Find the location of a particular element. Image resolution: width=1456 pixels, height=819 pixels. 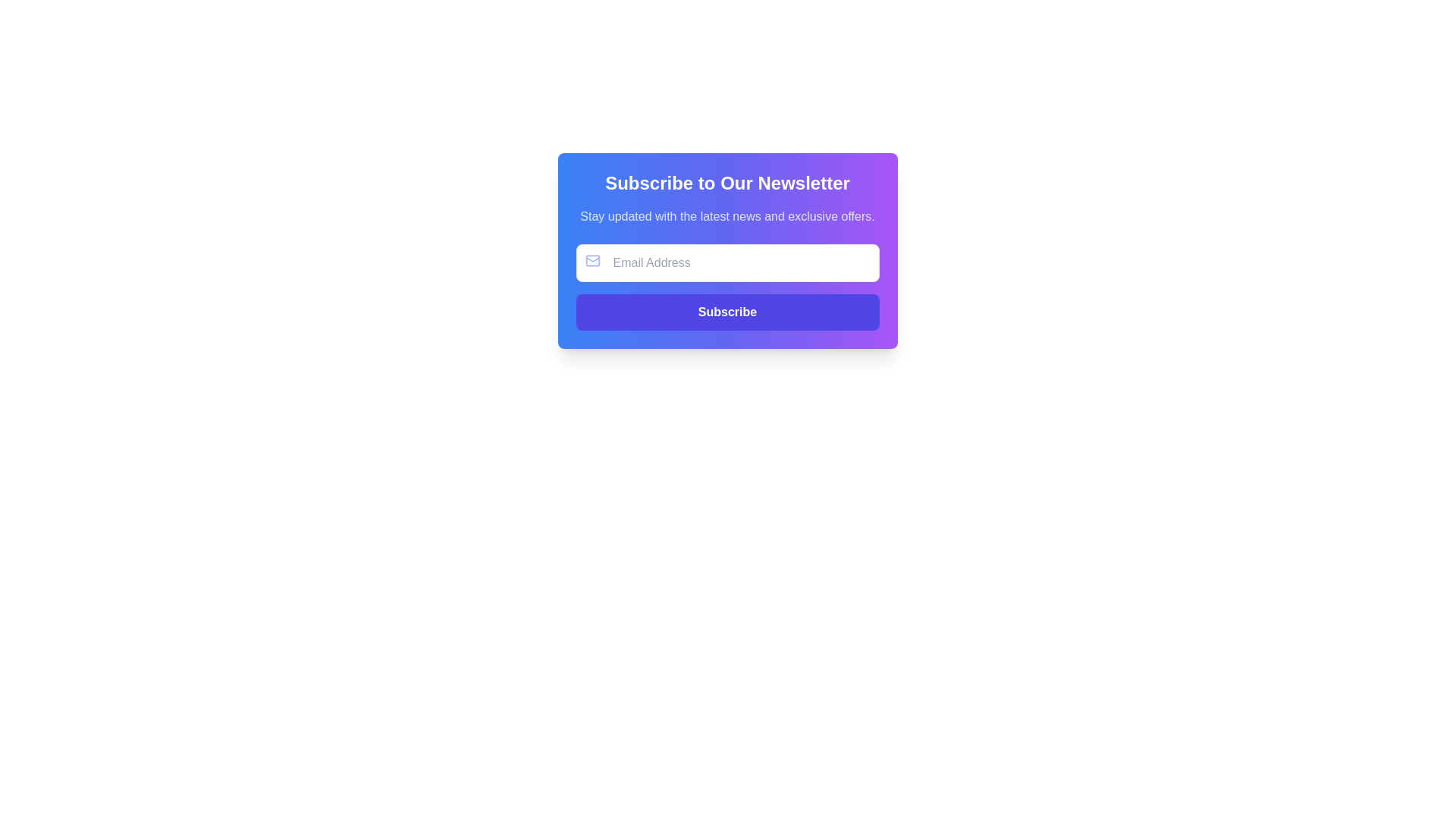

the light blue envelope icon representing an email, located at the top-left corner of the 'Email Address' input field in the signup form is located at coordinates (591, 259).